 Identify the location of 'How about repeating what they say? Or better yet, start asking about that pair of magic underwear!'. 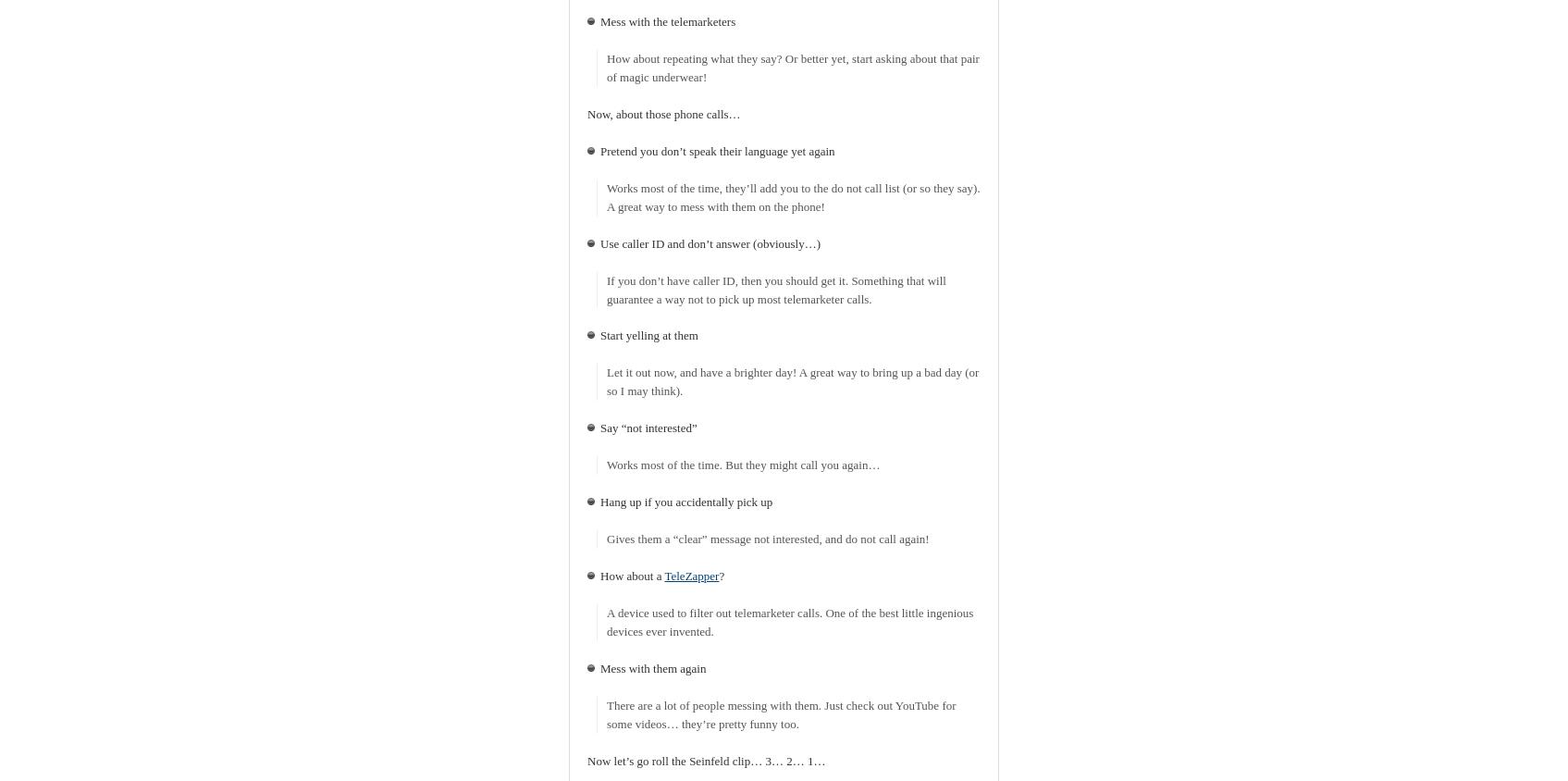
(791, 66).